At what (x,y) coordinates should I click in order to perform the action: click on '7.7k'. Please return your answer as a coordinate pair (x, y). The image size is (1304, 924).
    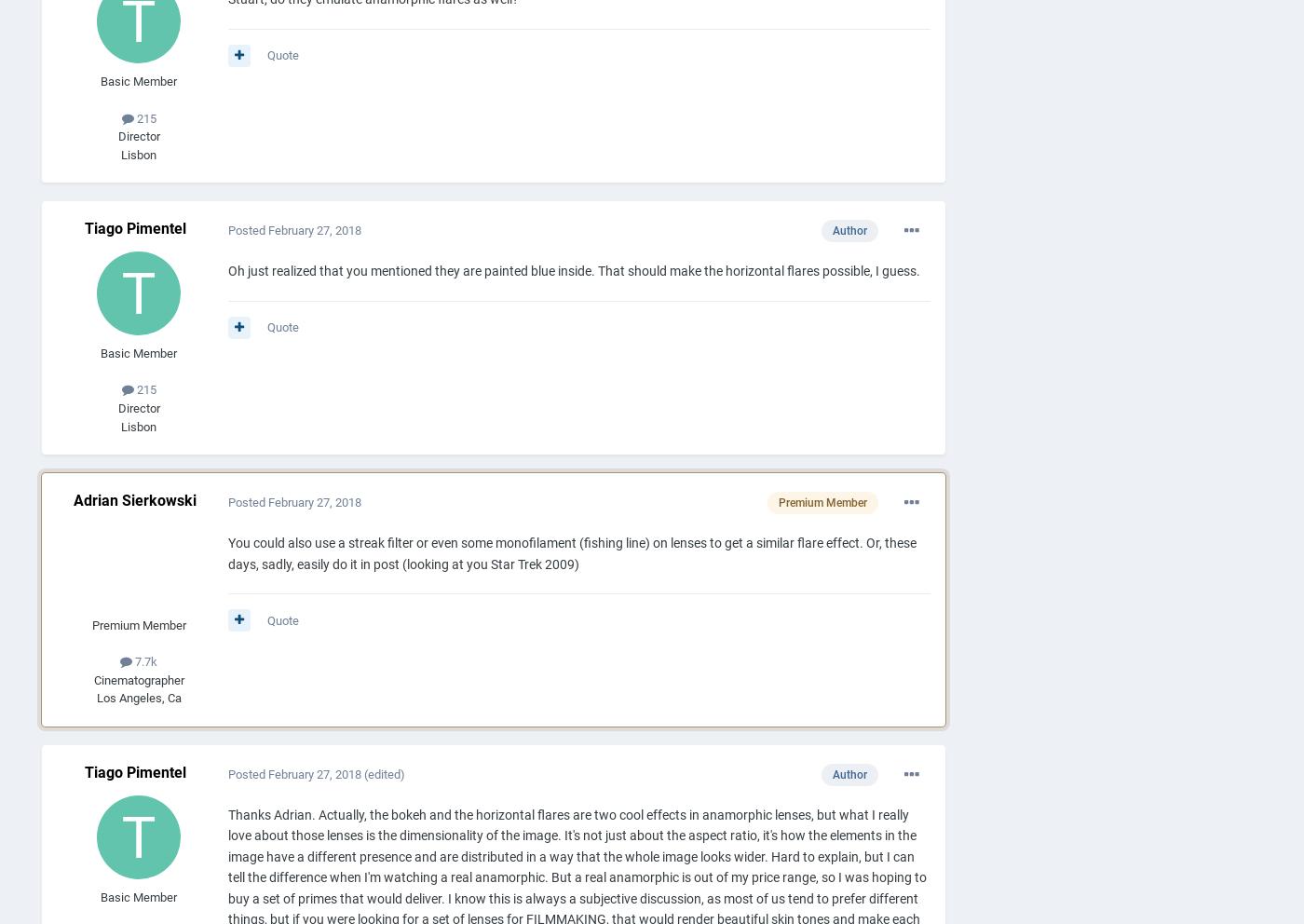
    Looking at the image, I should click on (144, 661).